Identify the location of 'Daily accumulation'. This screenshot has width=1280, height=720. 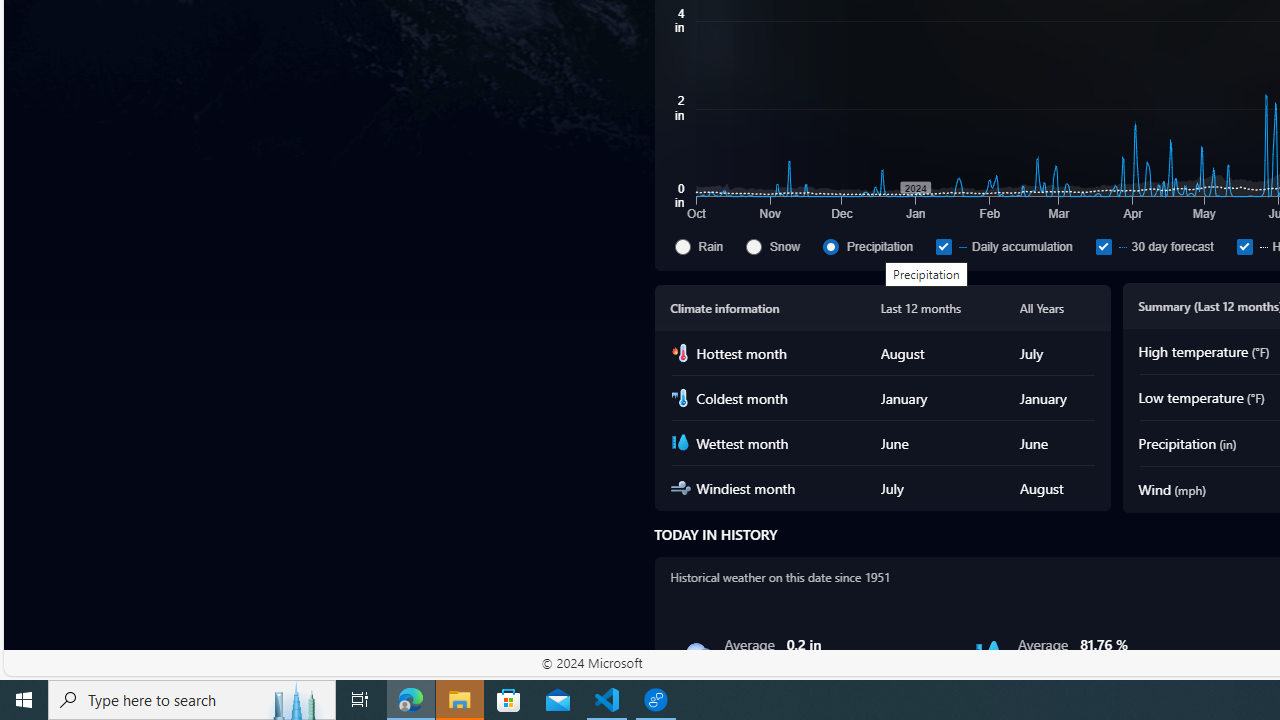
(1011, 245).